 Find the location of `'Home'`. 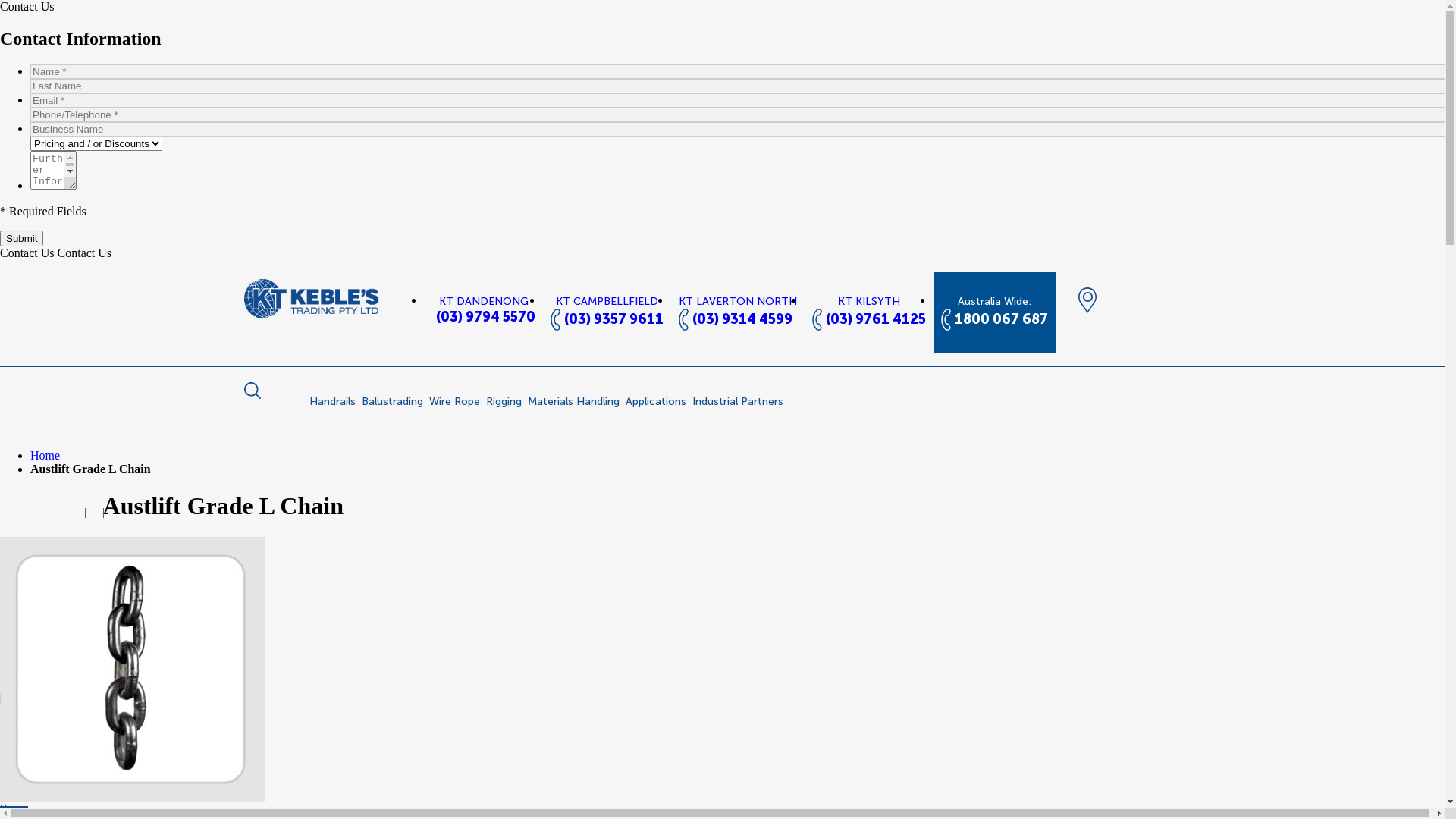

'Home' is located at coordinates (45, 454).